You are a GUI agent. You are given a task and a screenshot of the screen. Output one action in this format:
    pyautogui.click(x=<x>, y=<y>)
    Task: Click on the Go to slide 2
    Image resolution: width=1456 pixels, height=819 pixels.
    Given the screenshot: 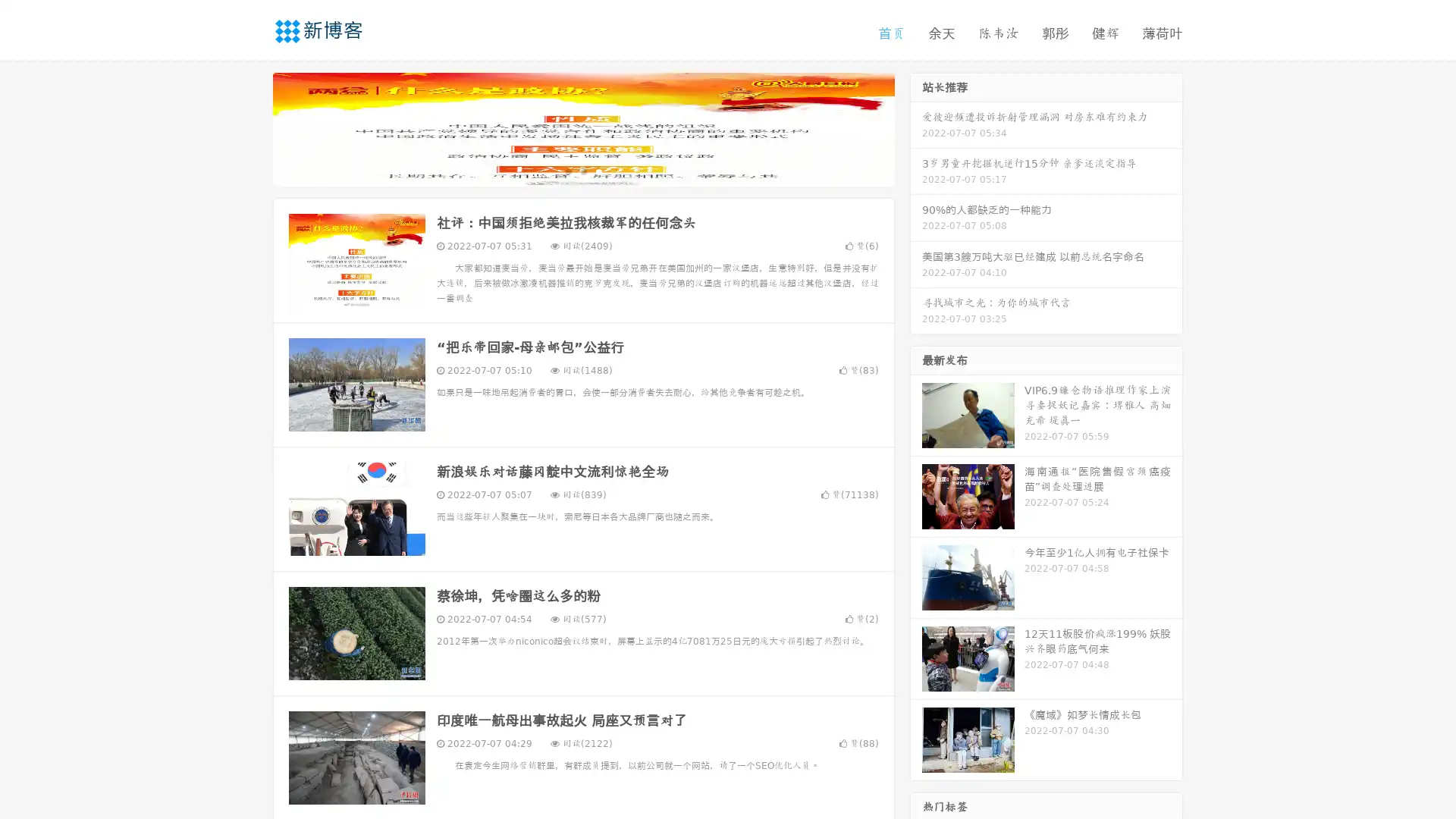 What is the action you would take?
    pyautogui.click(x=582, y=171)
    